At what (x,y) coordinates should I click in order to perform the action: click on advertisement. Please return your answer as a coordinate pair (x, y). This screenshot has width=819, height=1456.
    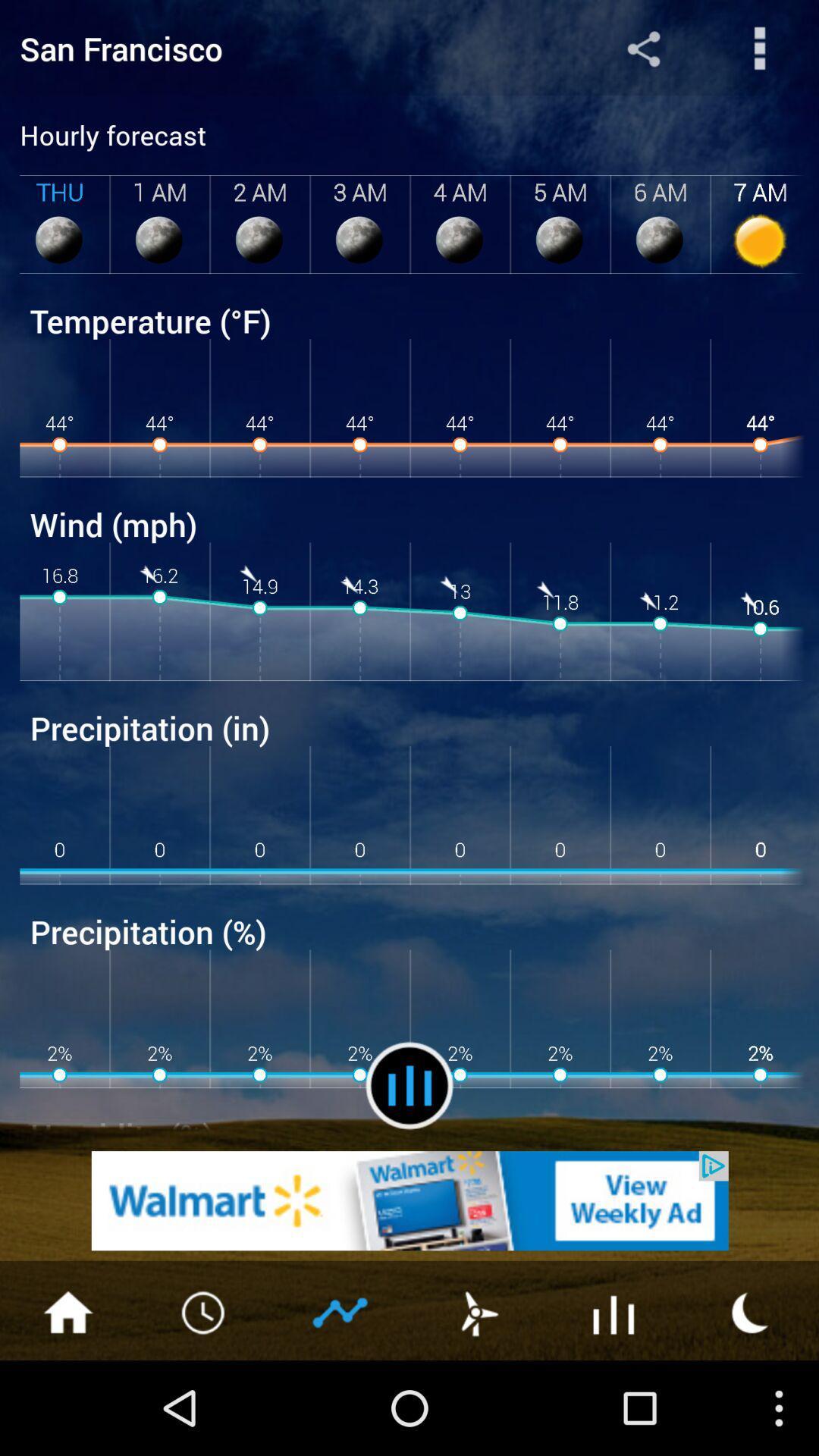
    Looking at the image, I should click on (409, 1200).